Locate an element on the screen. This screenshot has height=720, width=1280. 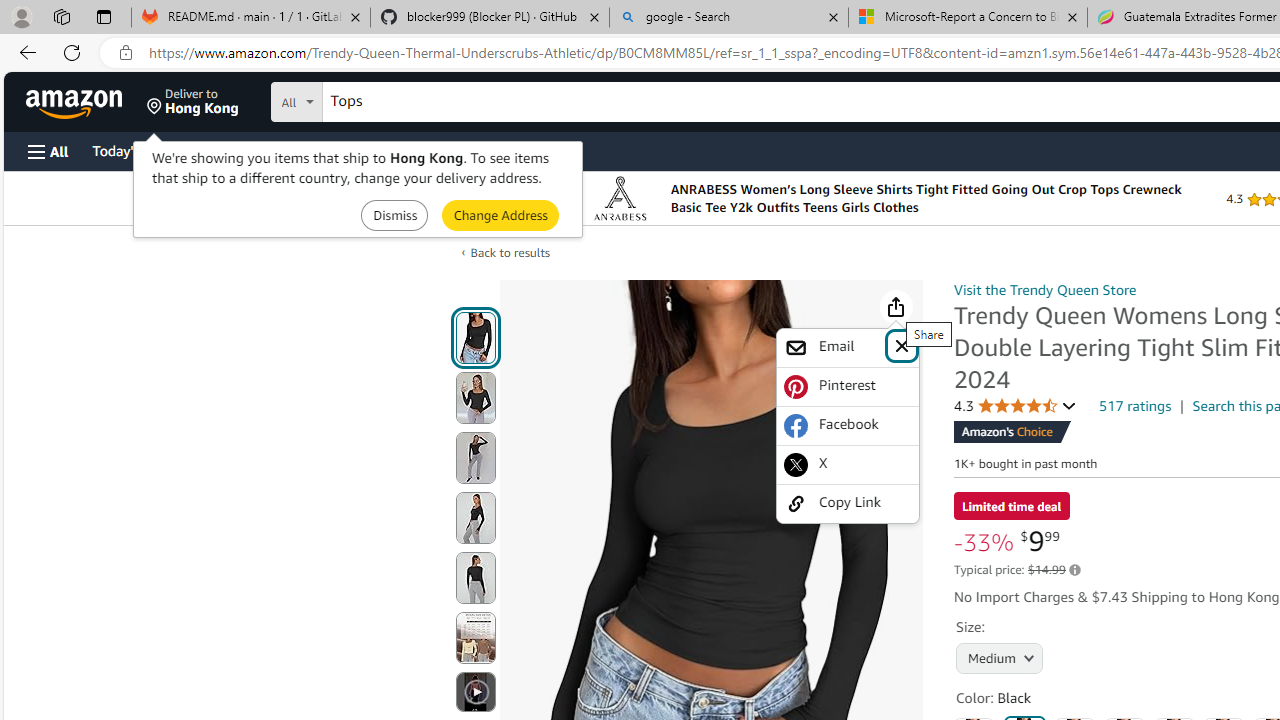
'Deliver to Hong Kong' is located at coordinates (193, 101).